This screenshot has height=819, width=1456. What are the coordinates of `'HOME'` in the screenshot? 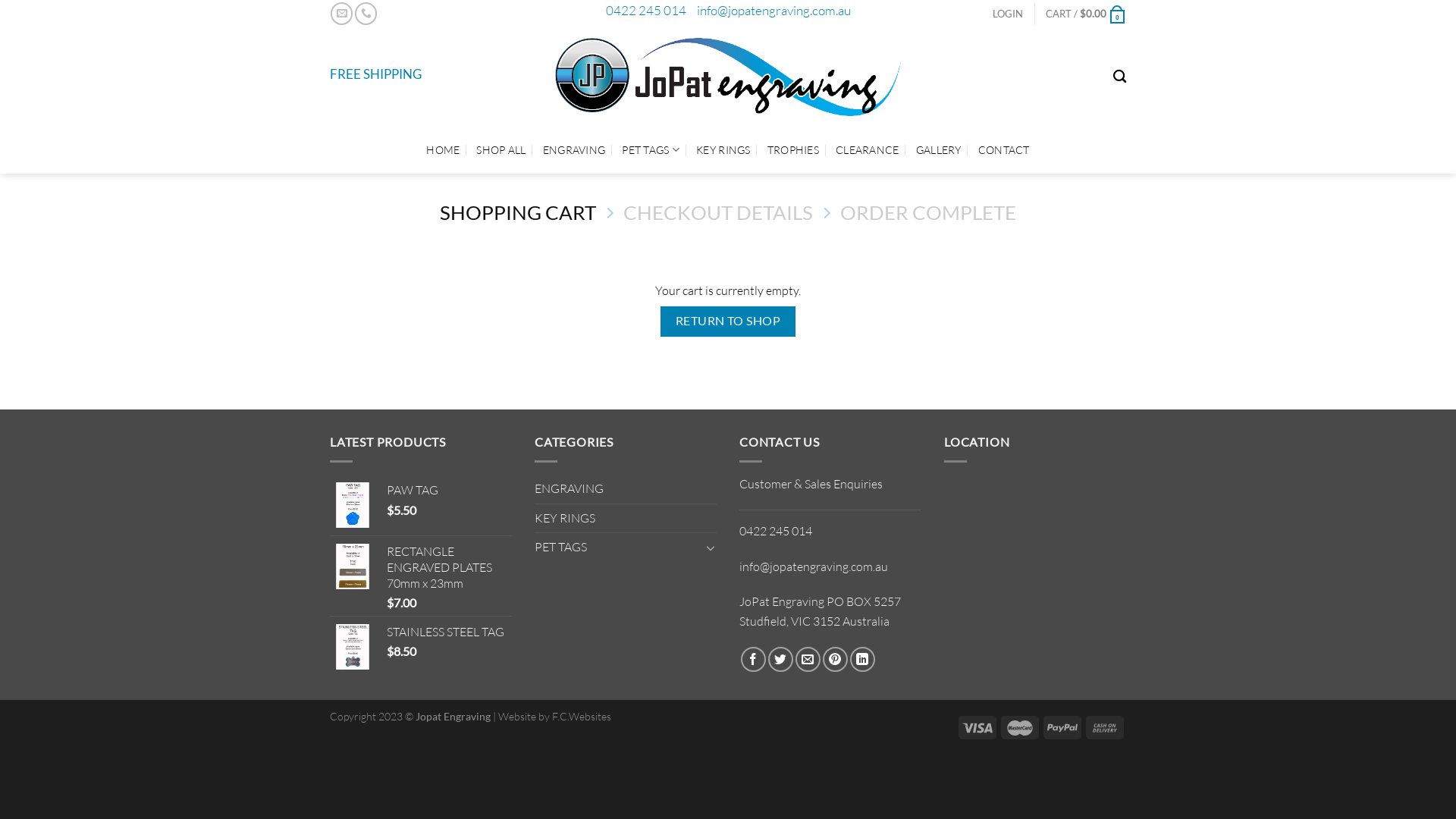 It's located at (442, 149).